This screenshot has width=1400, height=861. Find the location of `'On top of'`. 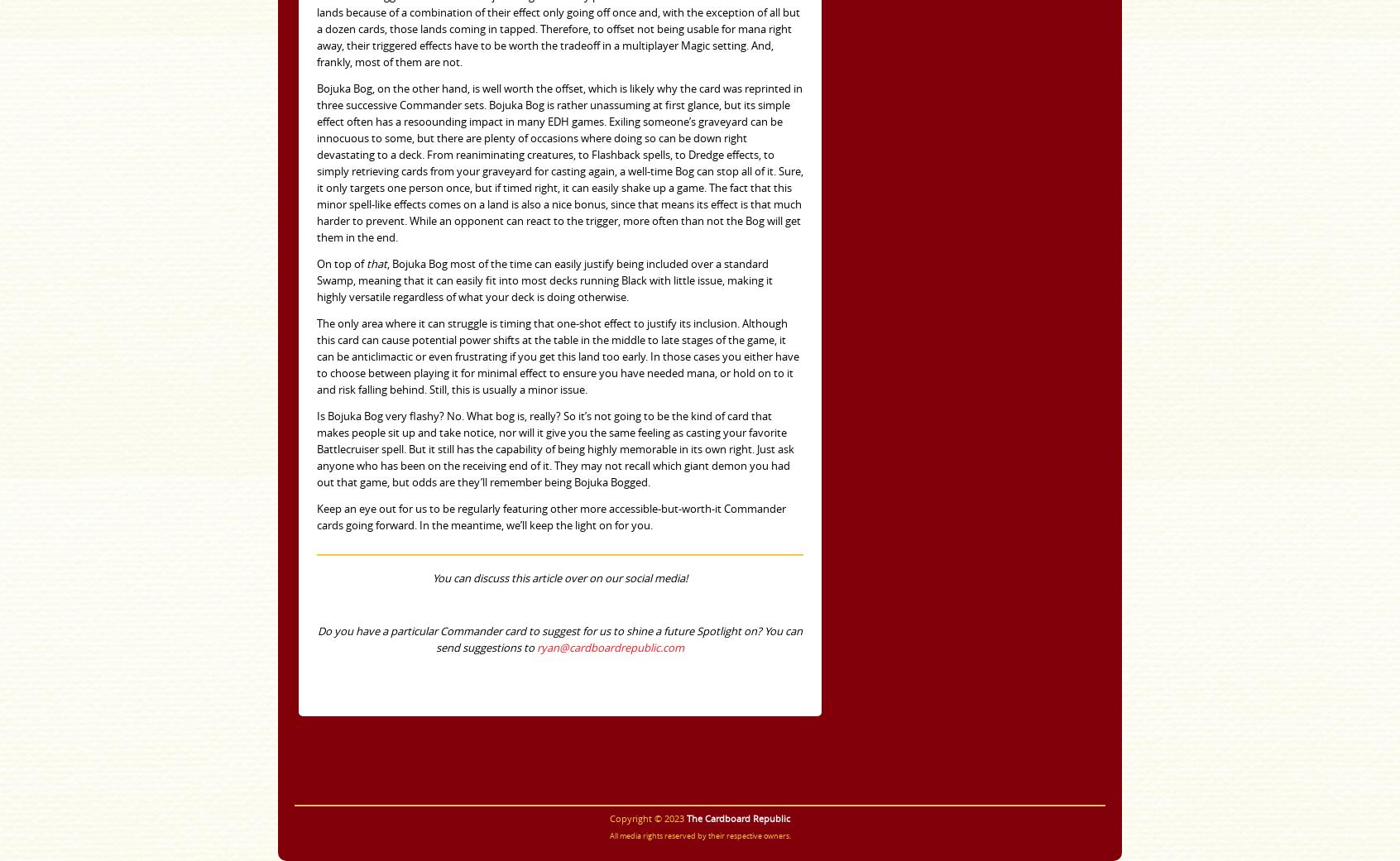

'On top of' is located at coordinates (342, 264).